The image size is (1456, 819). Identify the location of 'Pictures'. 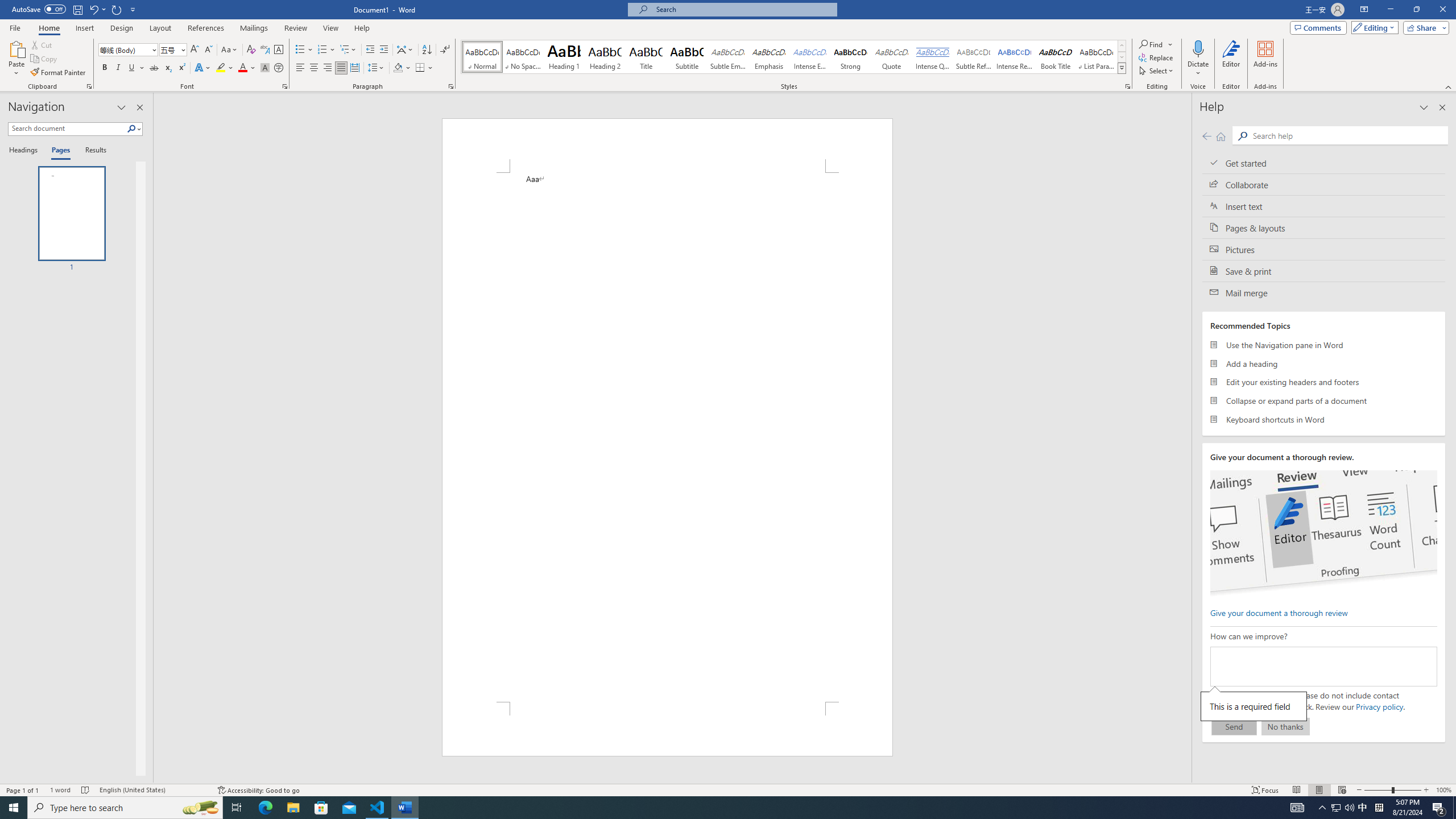
(1323, 249).